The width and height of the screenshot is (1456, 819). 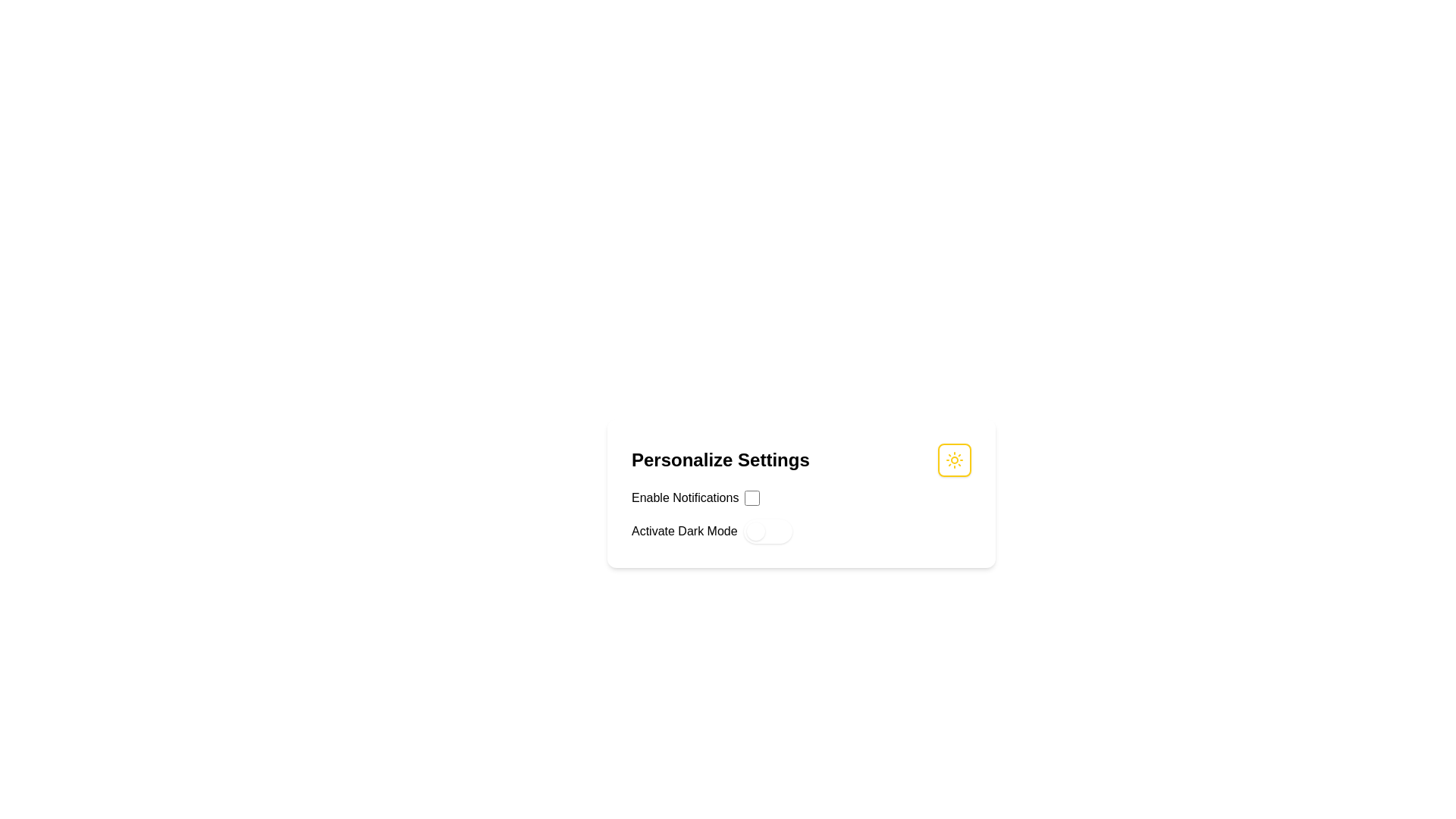 I want to click on the interactive button with an icon located in the top-right corner of the 'Personalize Settings' section, so click(x=953, y=459).